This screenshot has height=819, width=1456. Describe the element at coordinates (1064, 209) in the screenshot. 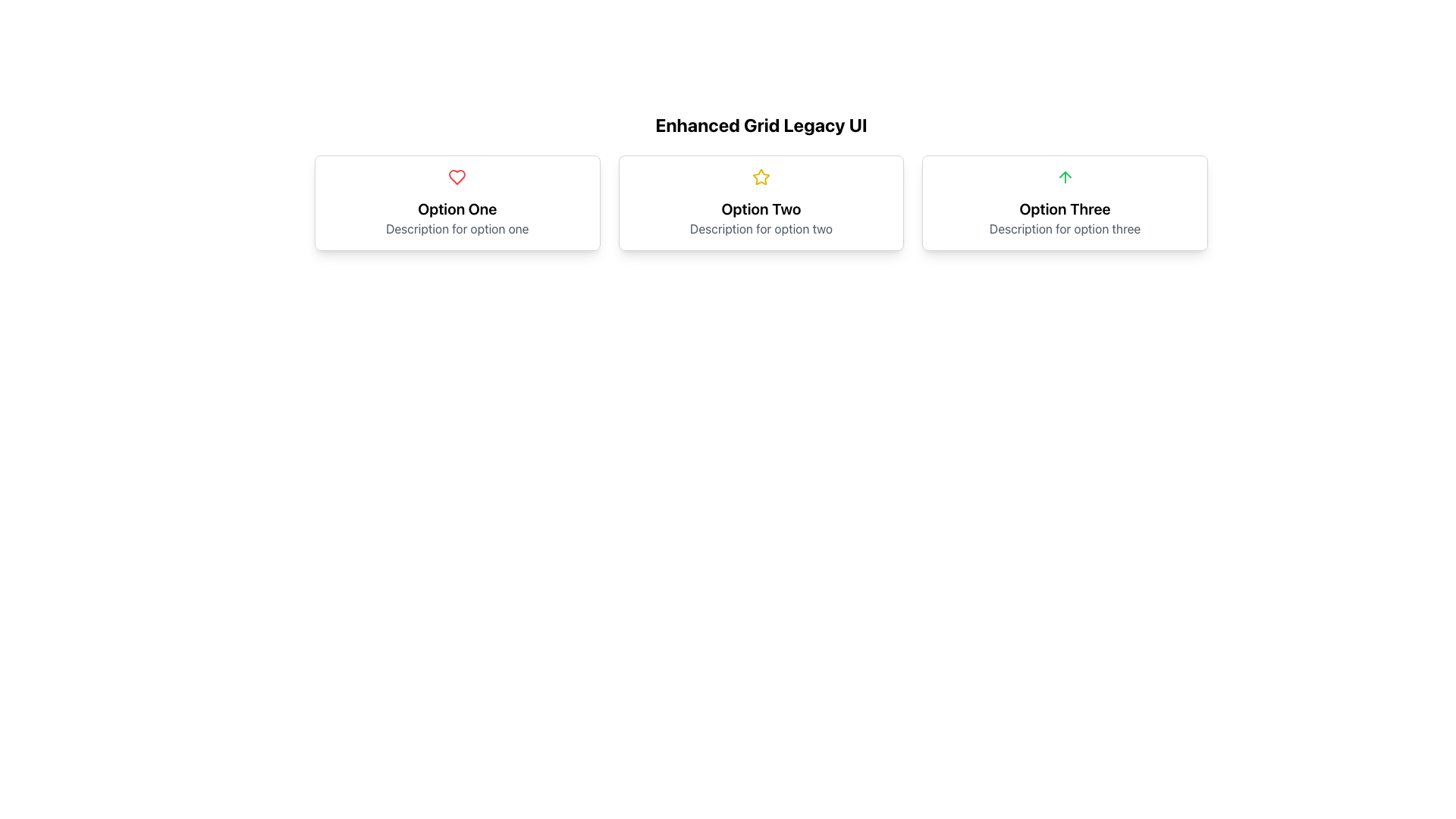

I see `the text label displaying 'Option Three', which is styled in bold and large font, located within the rightmost card and positioned directly above its description` at that location.